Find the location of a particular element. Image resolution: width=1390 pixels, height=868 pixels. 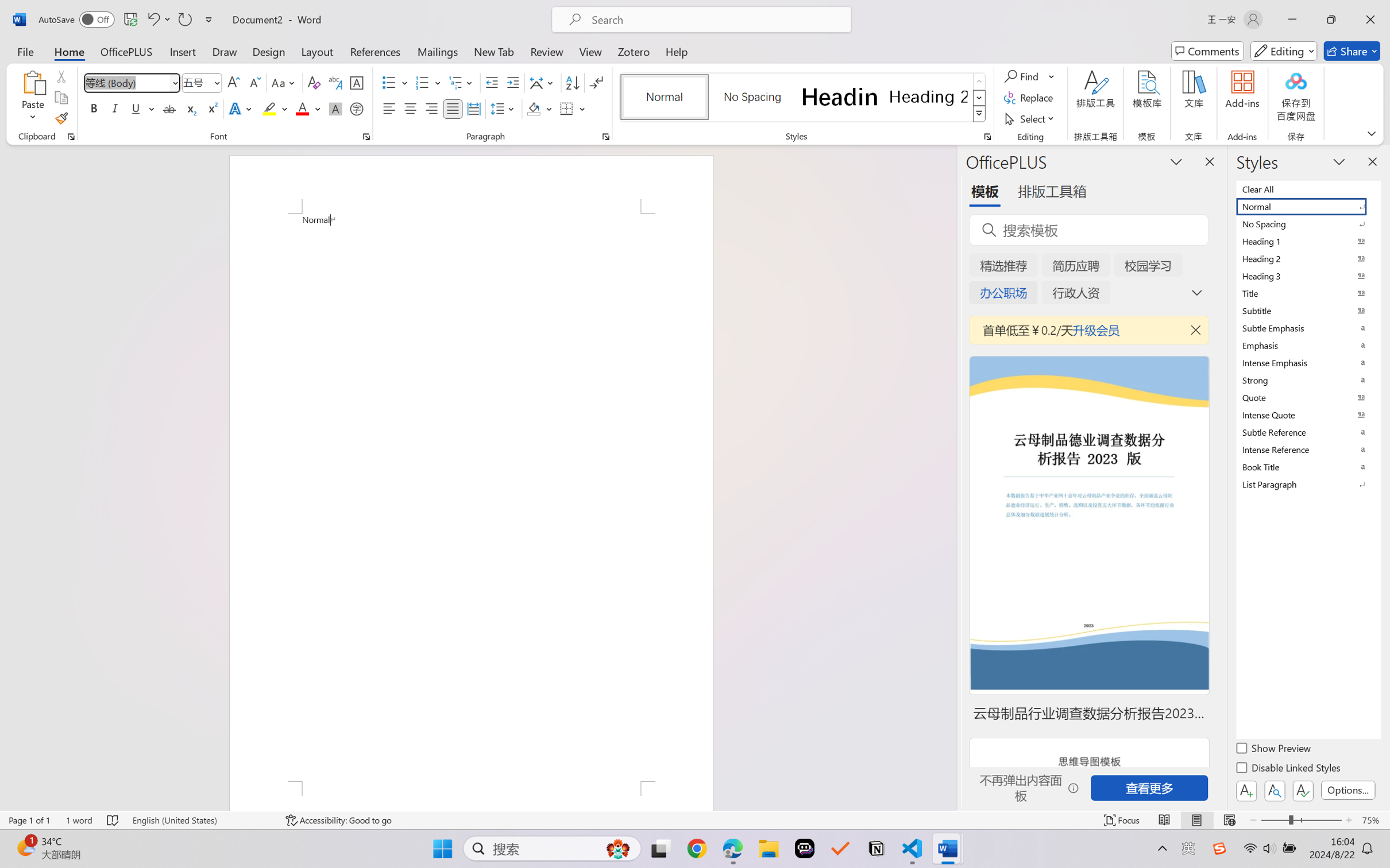

'Clear All' is located at coordinates (1307, 188).